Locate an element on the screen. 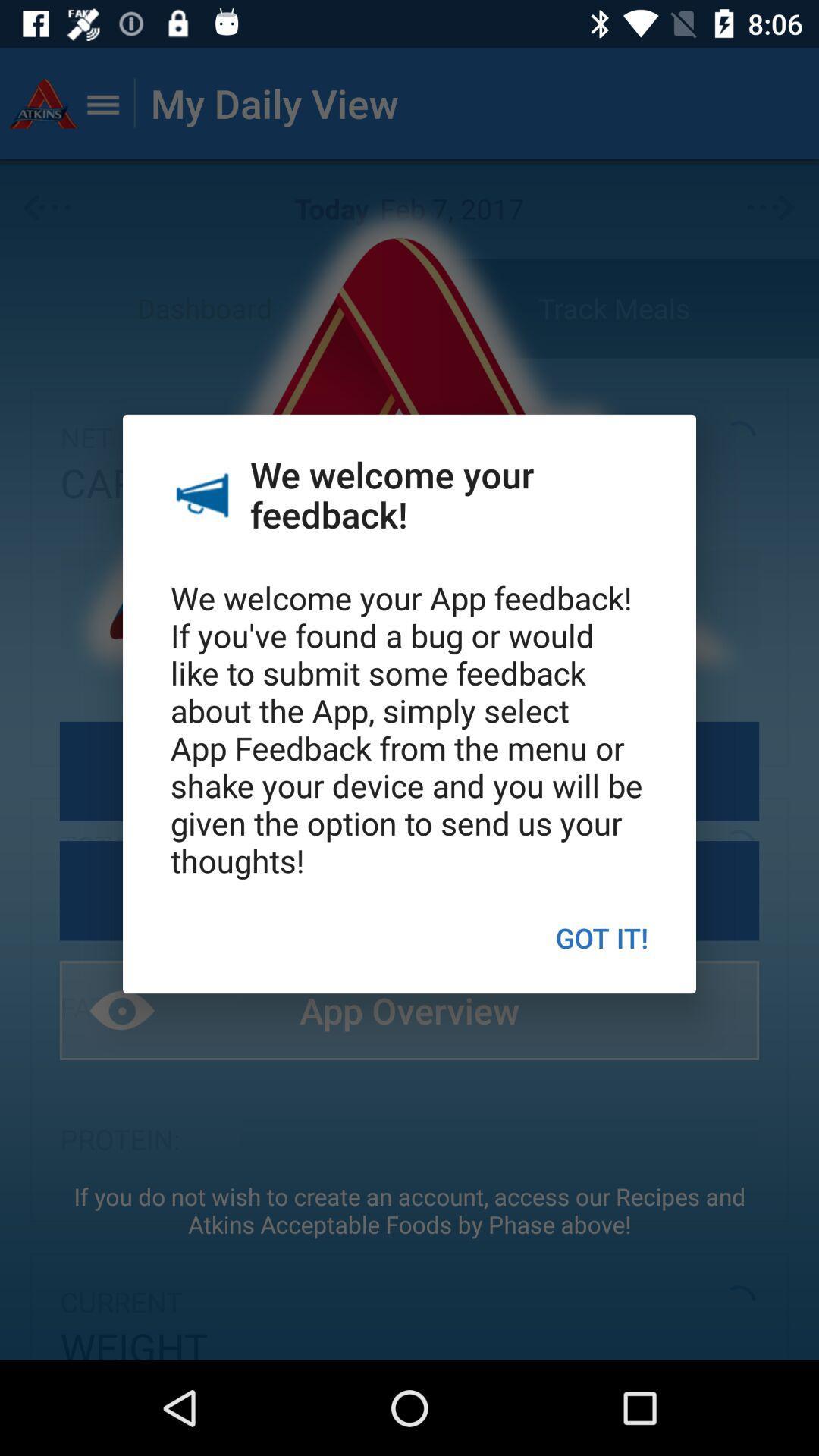  the got it! item is located at coordinates (601, 937).